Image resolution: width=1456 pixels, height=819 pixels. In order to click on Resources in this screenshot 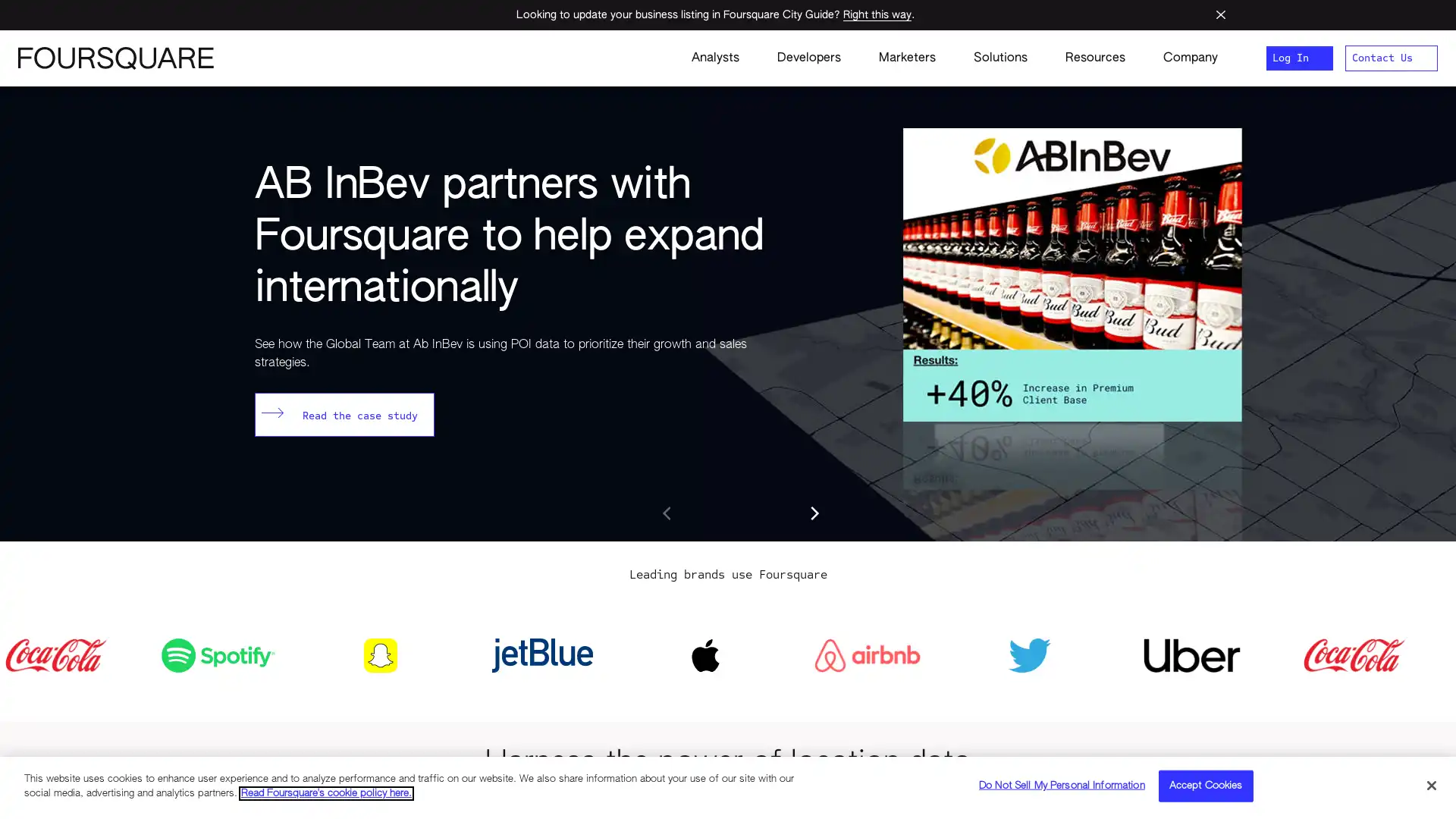, I will do `click(1095, 58)`.